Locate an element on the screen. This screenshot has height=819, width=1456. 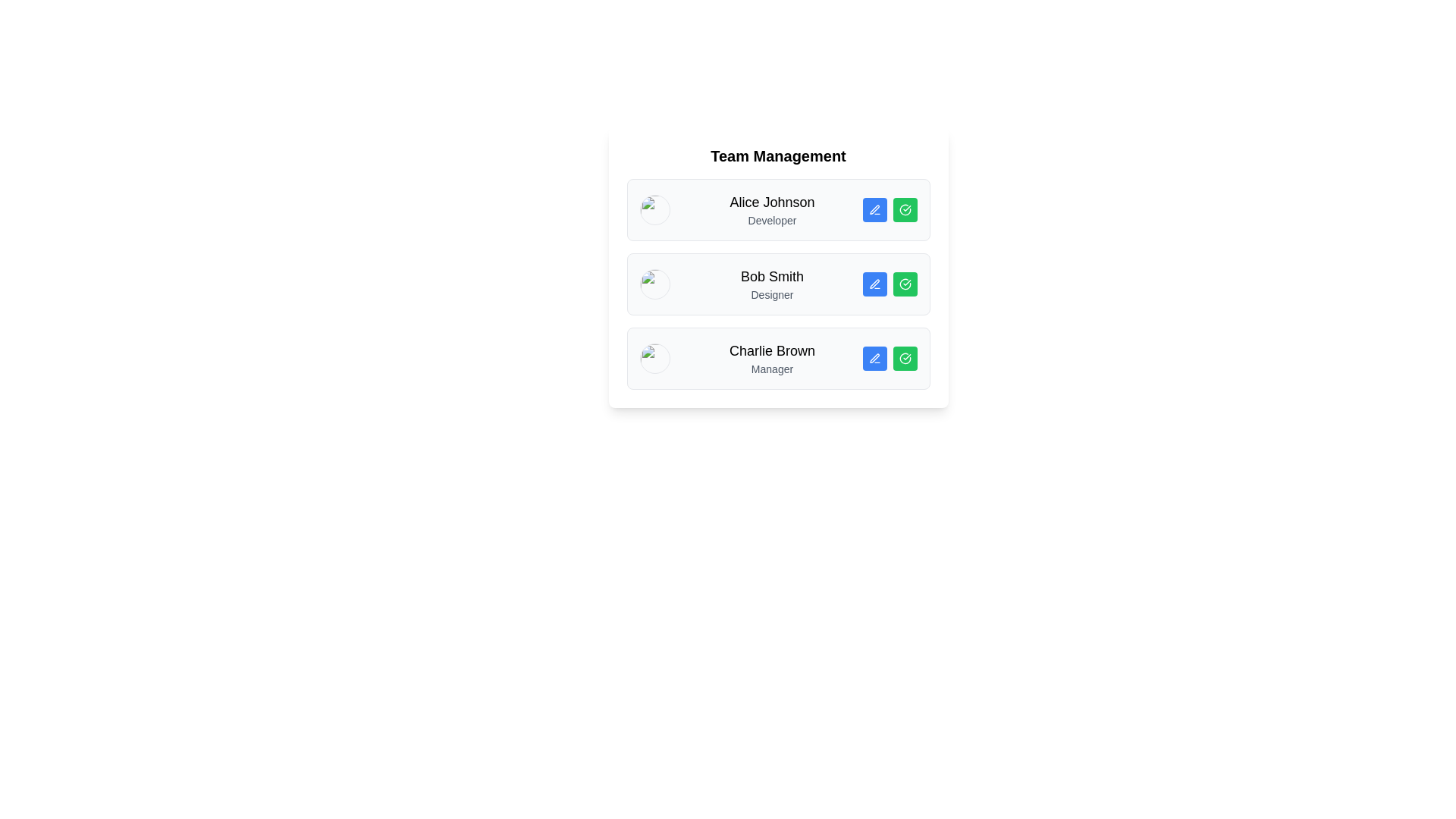
the image placeholder representing the user 'Alice Johnson' located on the left side of the card labeled 'Alice Johnson Developer' is located at coordinates (654, 210).